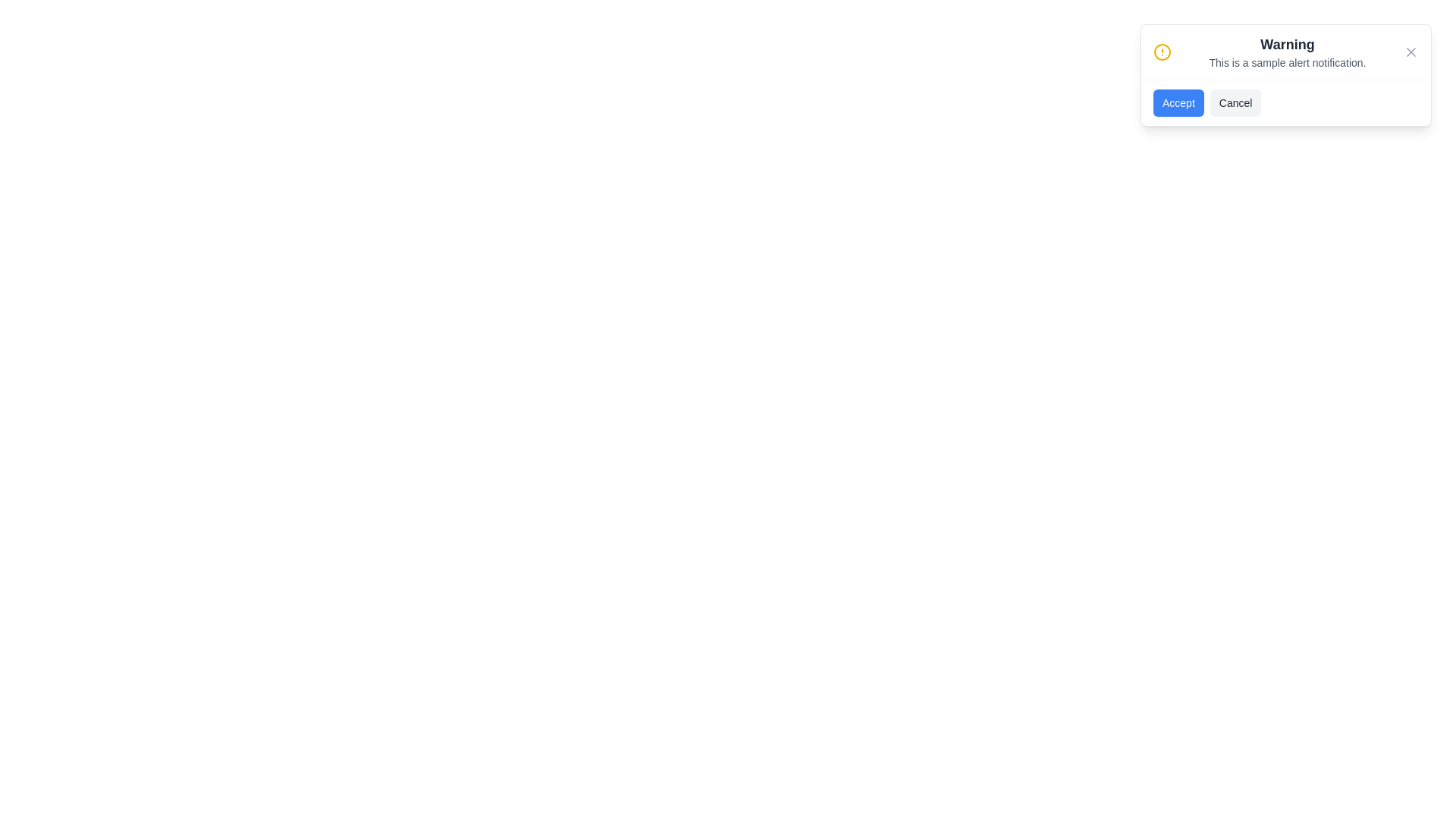  What do you see at coordinates (1410, 52) in the screenshot?
I see `the close button located at the top-right corner of the alert notification` at bounding box center [1410, 52].